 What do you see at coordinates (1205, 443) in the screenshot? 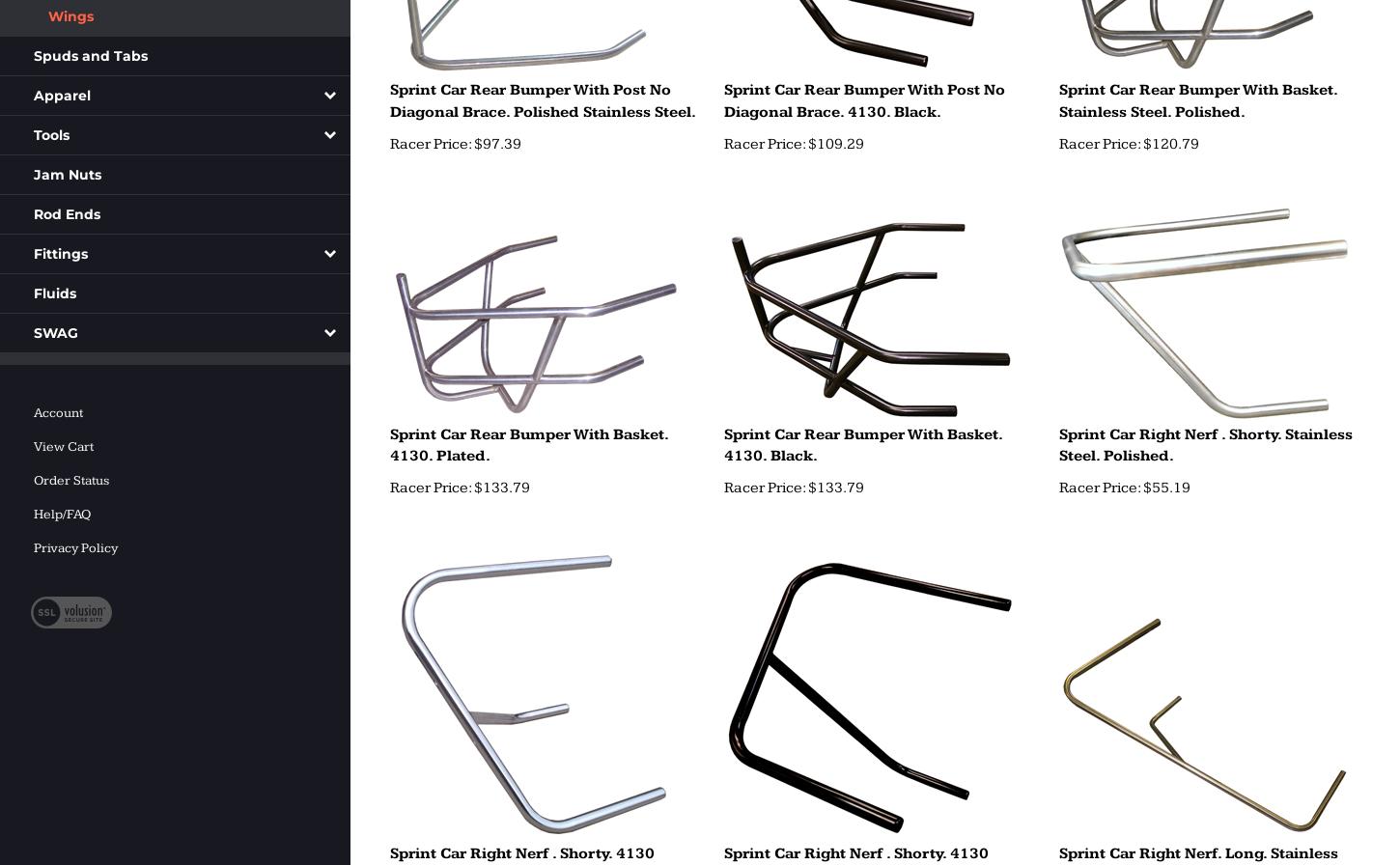
I see `'Sprint Car Right Nerf .  Shorty.  Stainless Steel.  Polished.'` at bounding box center [1205, 443].